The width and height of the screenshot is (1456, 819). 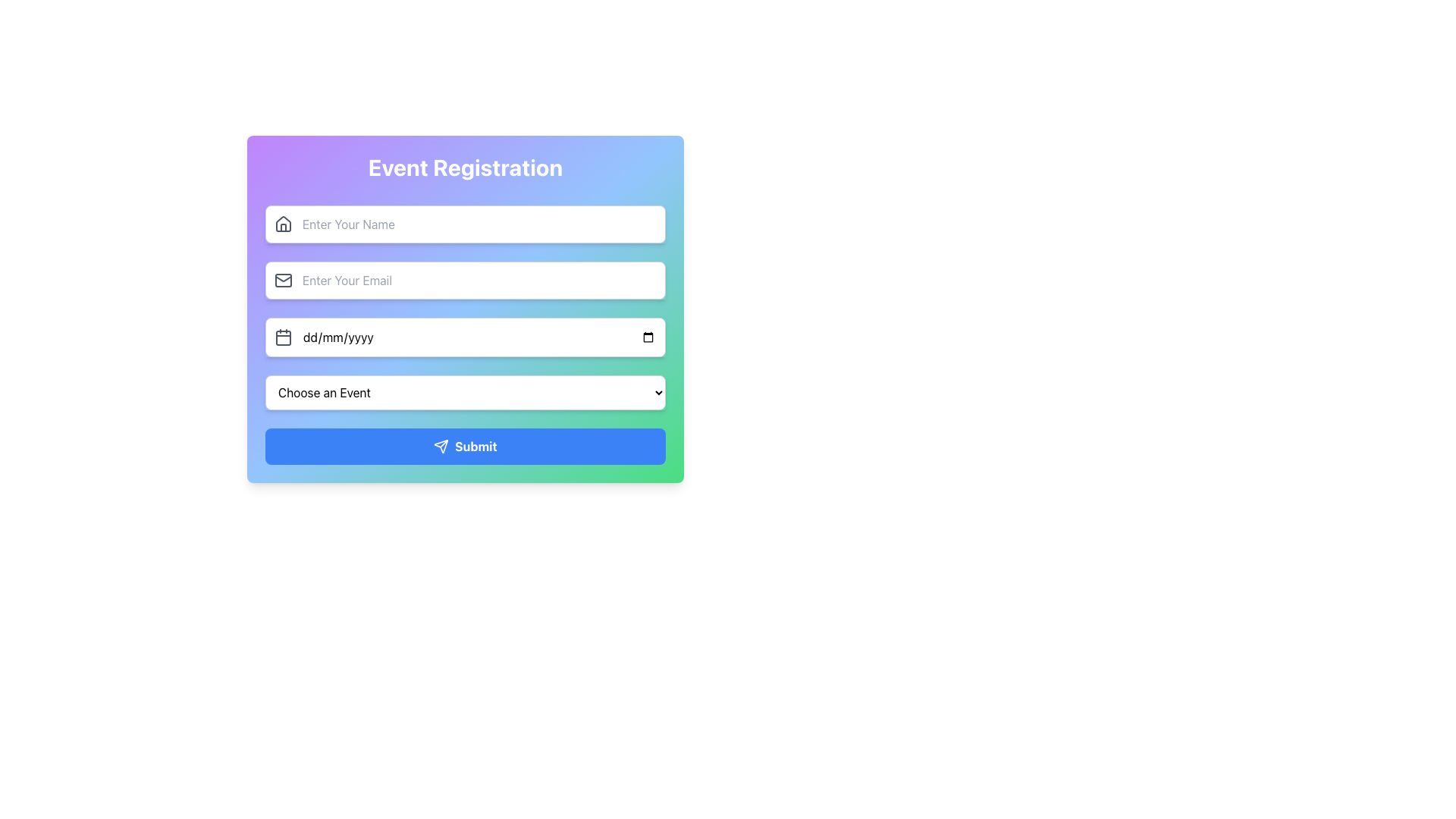 I want to click on the Date Input Field, which is the third input field in the form, located between the email input field and the event selection dropdown, to focus on it, so click(x=465, y=336).